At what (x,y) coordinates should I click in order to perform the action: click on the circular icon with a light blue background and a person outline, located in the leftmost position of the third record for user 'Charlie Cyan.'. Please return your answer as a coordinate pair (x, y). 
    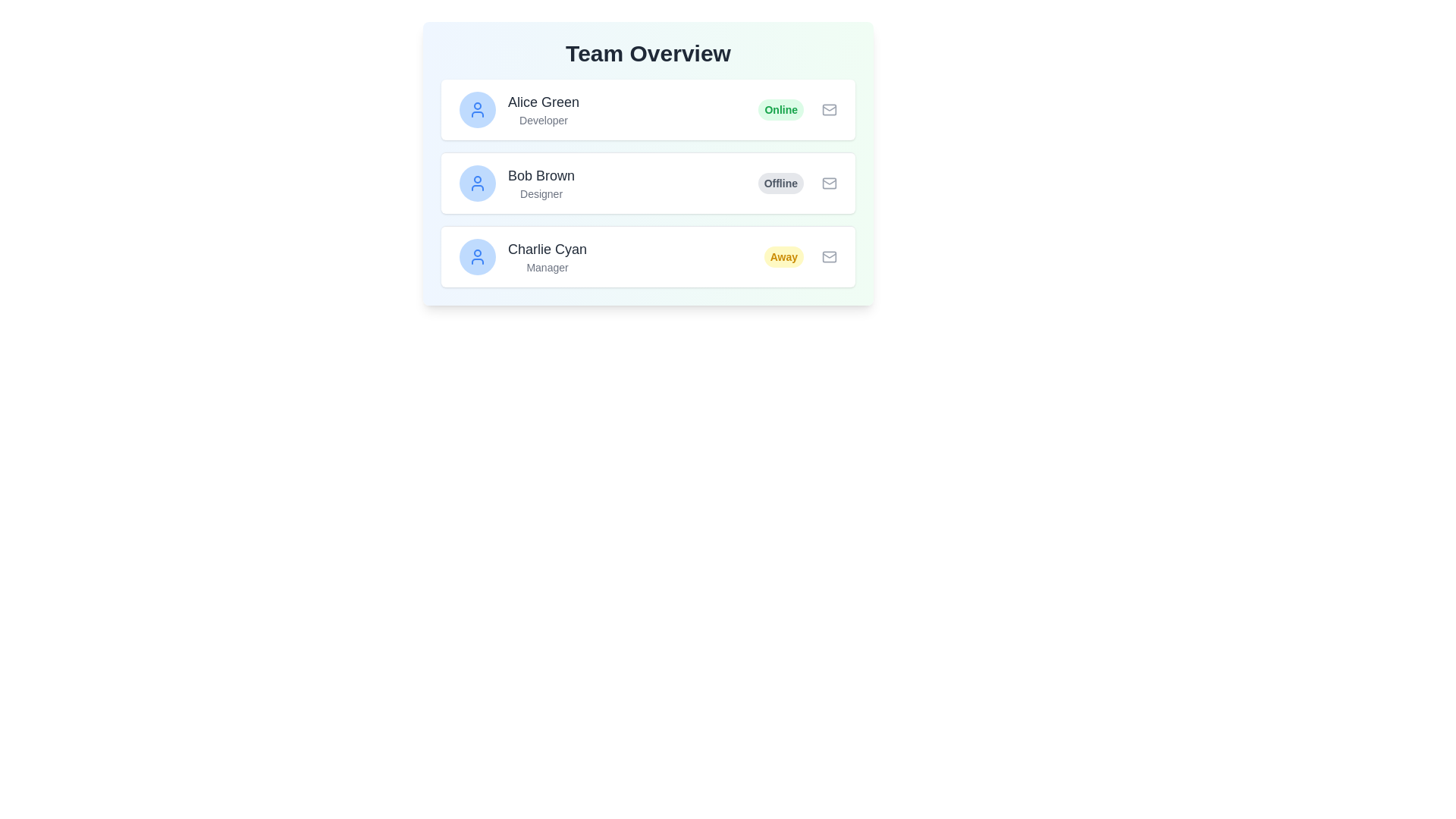
    Looking at the image, I should click on (476, 256).